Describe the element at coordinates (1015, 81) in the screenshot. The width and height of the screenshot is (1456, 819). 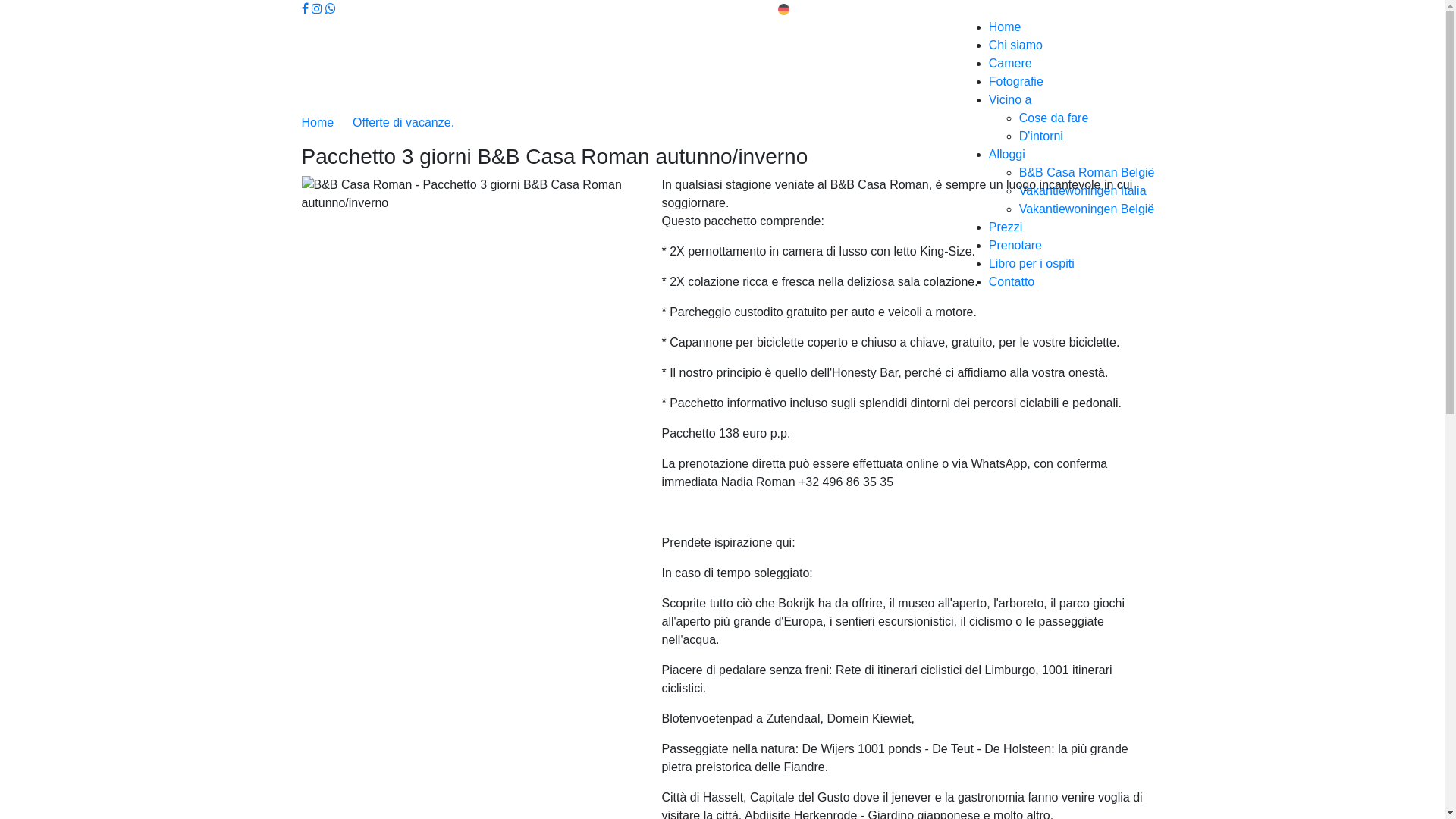
I see `'Fotografie'` at that location.